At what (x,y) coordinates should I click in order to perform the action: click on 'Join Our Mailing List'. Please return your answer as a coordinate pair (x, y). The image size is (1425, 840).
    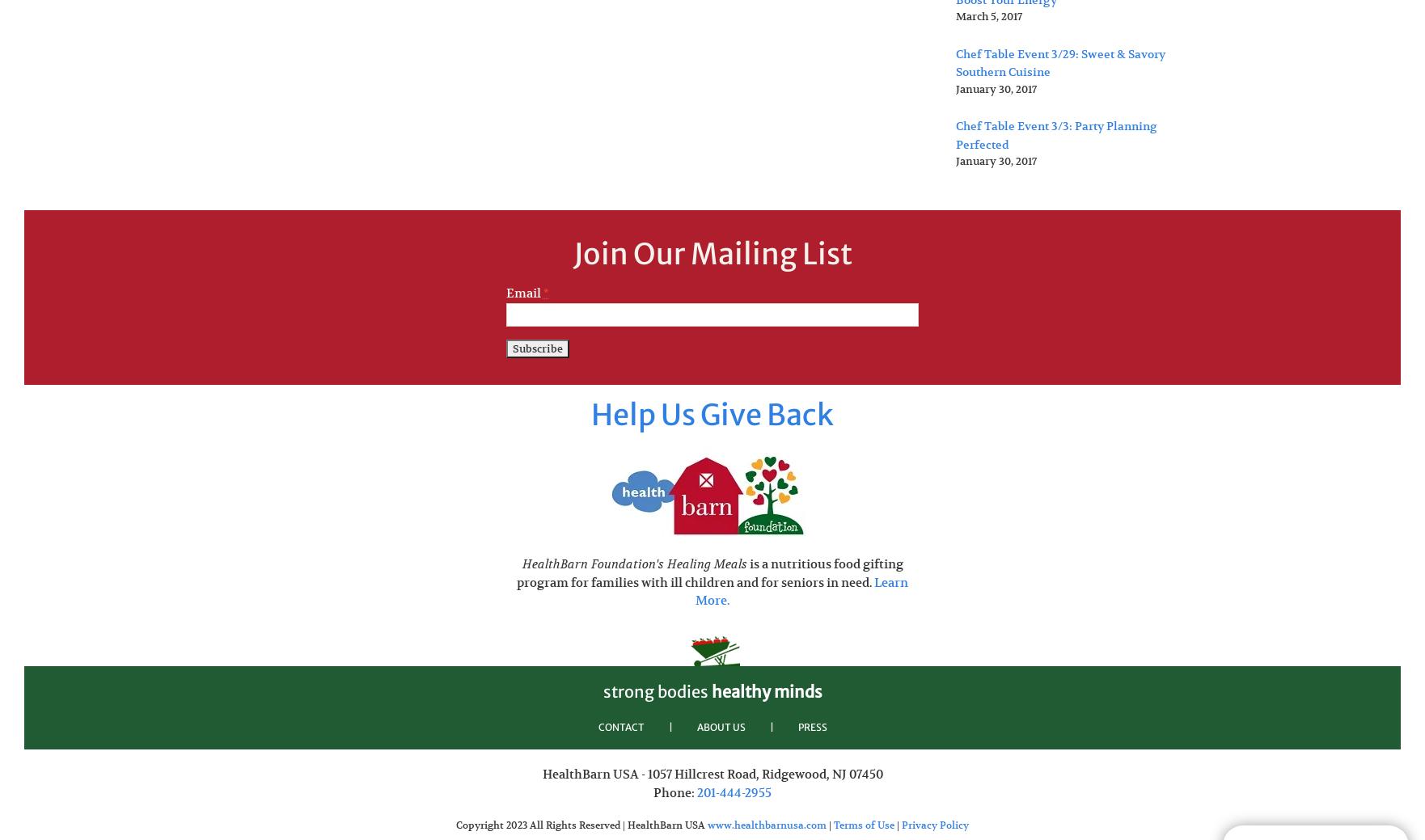
    Looking at the image, I should click on (711, 253).